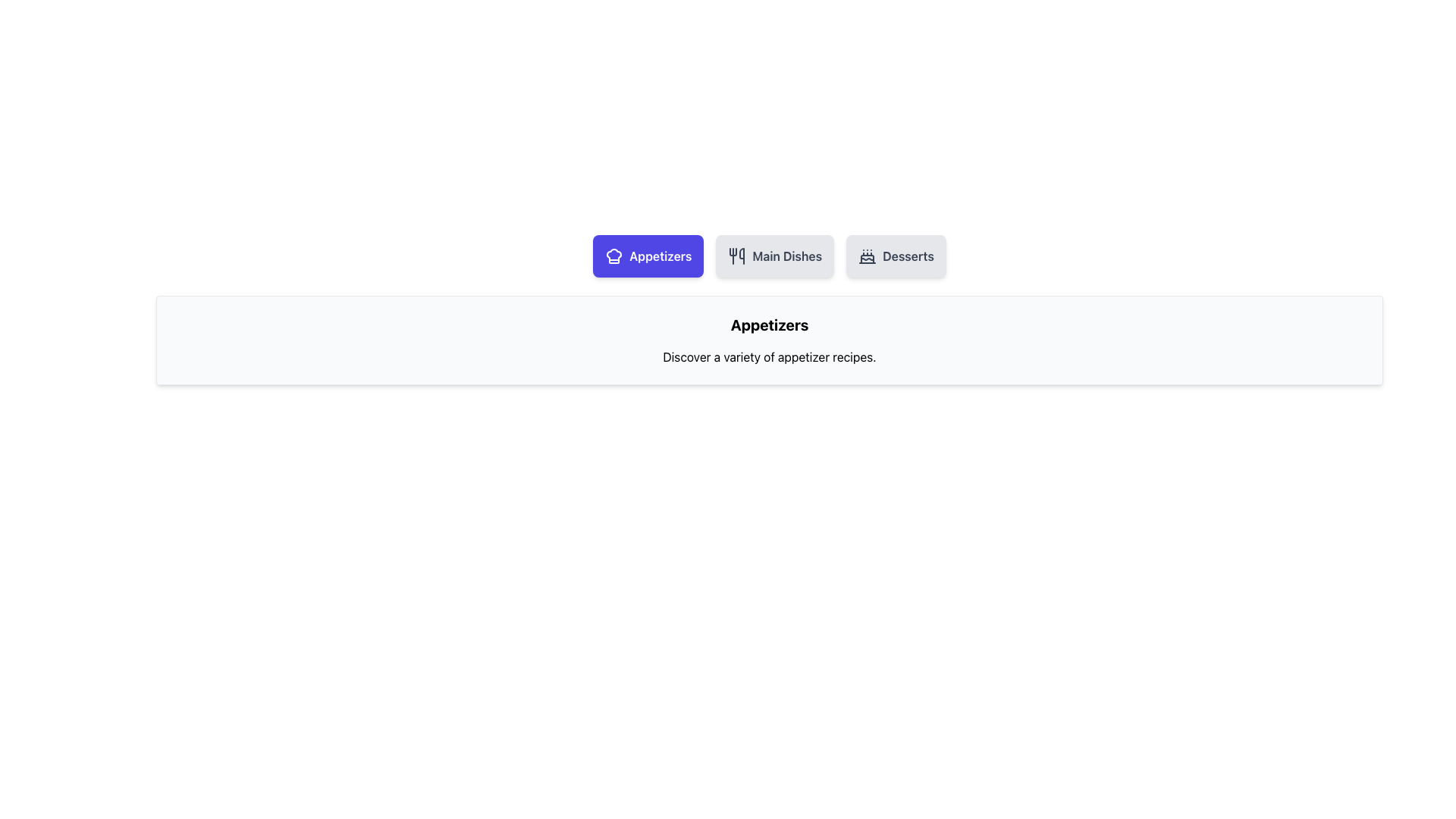  I want to click on the Appetizers section header text to possibly highlight or show additional information, so click(769, 324).